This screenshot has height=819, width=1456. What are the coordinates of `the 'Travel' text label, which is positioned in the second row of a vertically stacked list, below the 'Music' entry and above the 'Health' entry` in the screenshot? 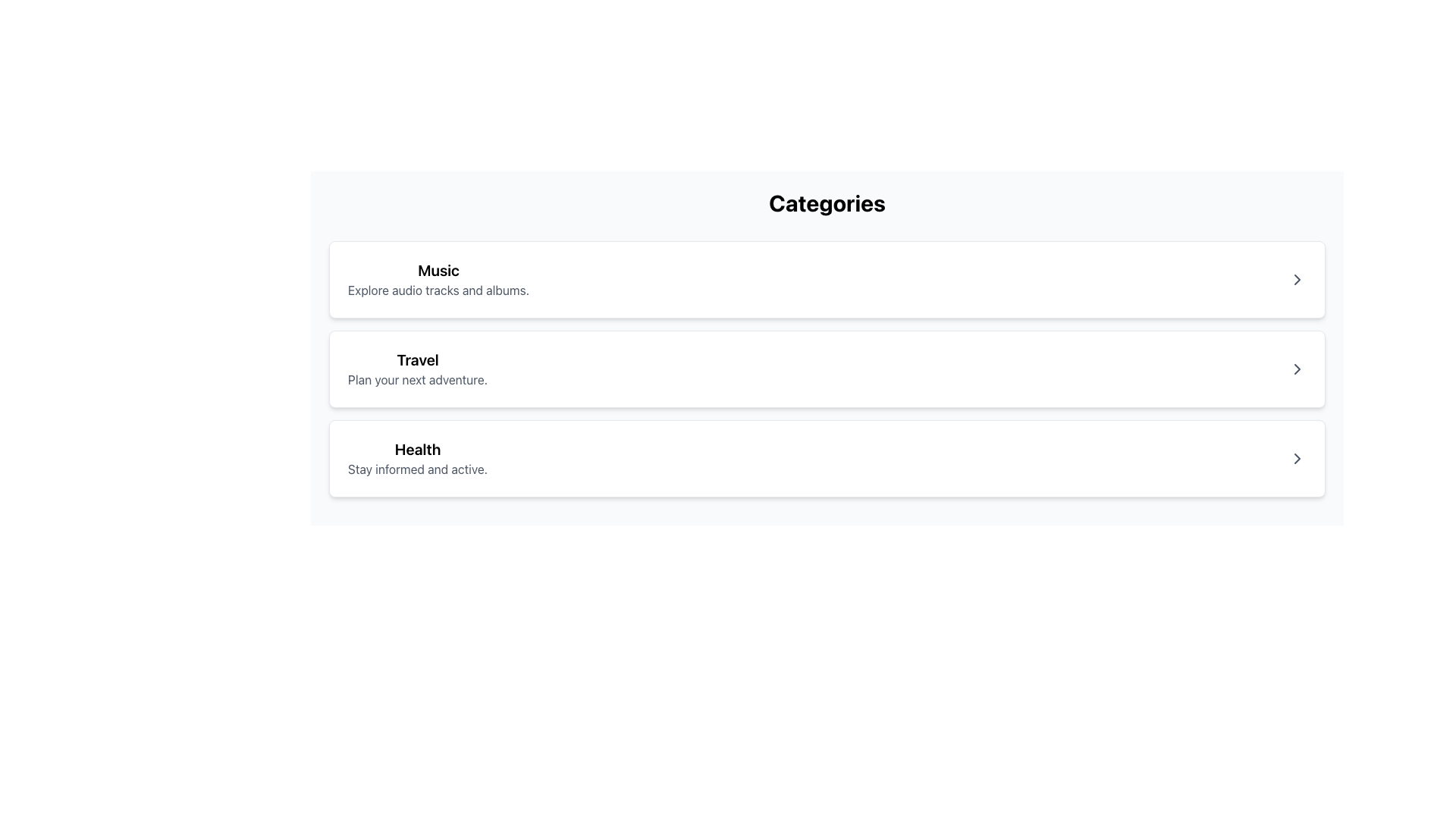 It's located at (418, 369).